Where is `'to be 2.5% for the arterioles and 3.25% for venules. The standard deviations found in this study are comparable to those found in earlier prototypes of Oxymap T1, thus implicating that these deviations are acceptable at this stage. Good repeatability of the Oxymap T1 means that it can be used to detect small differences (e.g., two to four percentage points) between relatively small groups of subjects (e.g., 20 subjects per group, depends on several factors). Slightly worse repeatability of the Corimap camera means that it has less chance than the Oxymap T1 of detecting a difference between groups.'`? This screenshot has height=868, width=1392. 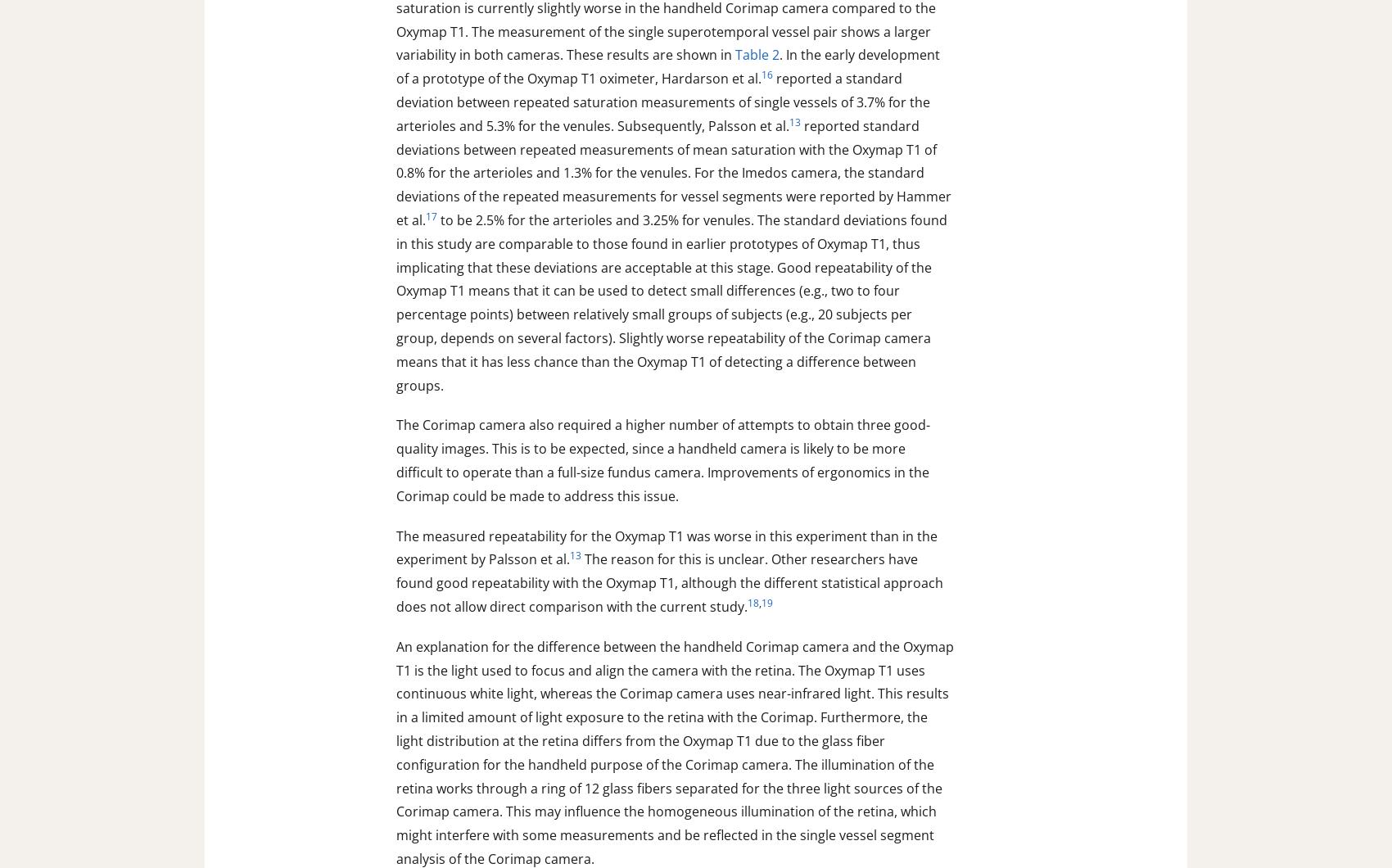 'to be 2.5% for the arterioles and 3.25% for venules. The standard deviations found in this study are comparable to those found in earlier prototypes of Oxymap T1, thus implicating that these deviations are acceptable at this stage. Good repeatability of the Oxymap T1 means that it can be used to detect small differences (e.g., two to four percentage points) between relatively small groups of subjects (e.g., 20 subjects per group, depends on several factors). Slightly worse repeatability of the Corimap camera means that it has less chance than the Oxymap T1 of detecting a difference between groups.' is located at coordinates (395, 302).